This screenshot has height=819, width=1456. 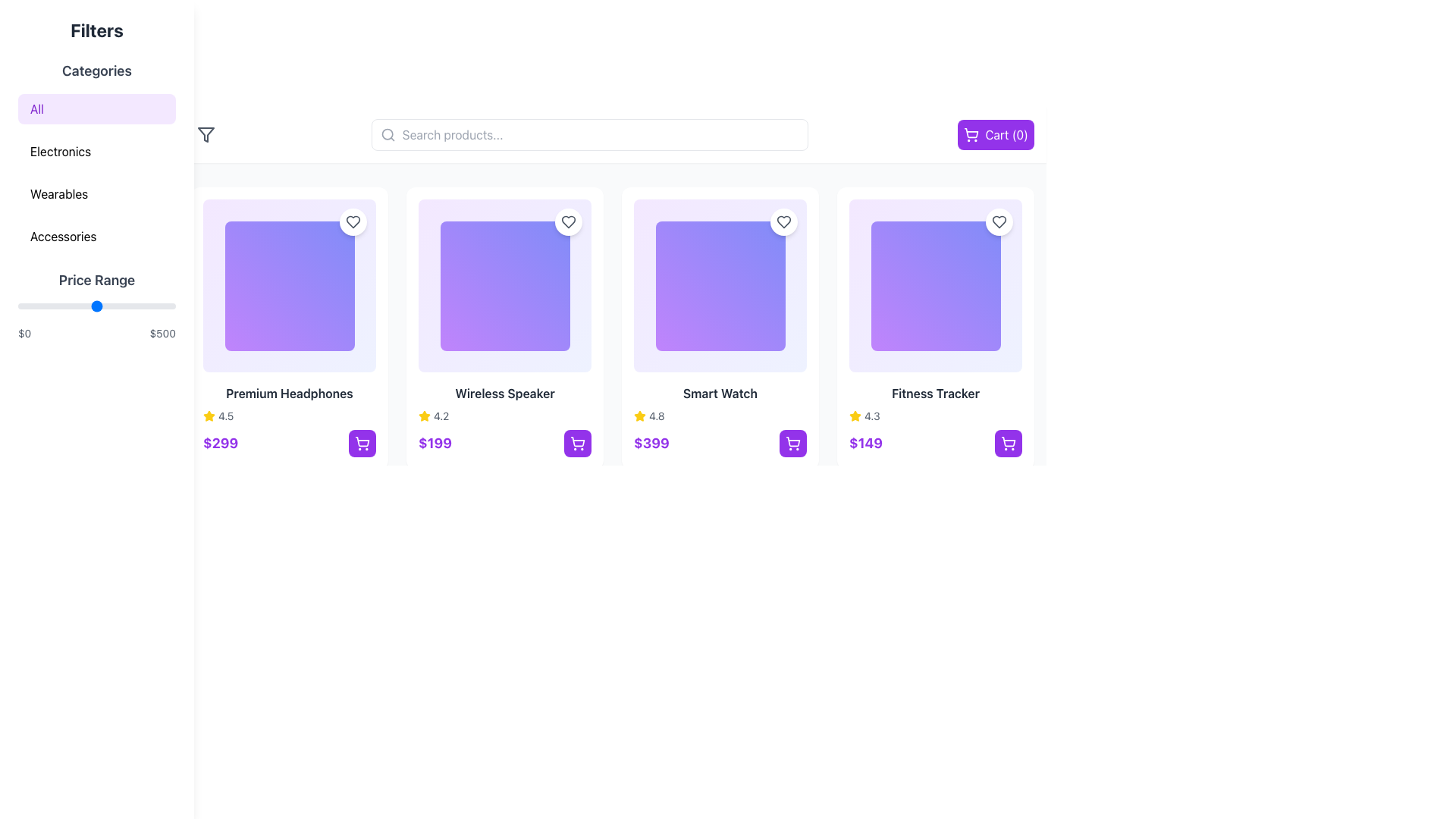 I want to click on the 'Wearables' button, which is the third item in the 'Categories' list located in the left sidebar under the 'Electronics' item, so click(x=96, y=178).